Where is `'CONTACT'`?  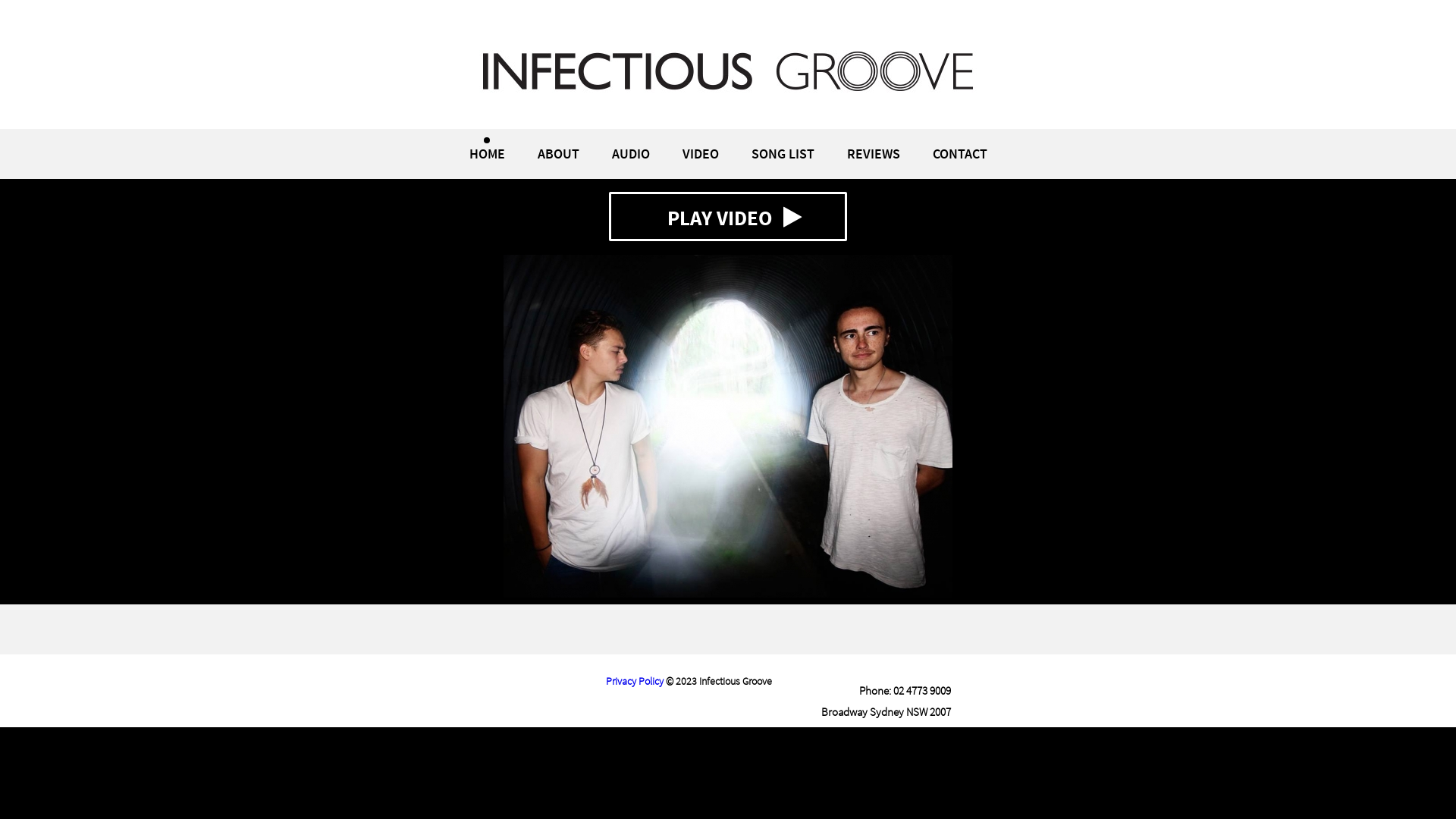
'CONTACT' is located at coordinates (959, 153).